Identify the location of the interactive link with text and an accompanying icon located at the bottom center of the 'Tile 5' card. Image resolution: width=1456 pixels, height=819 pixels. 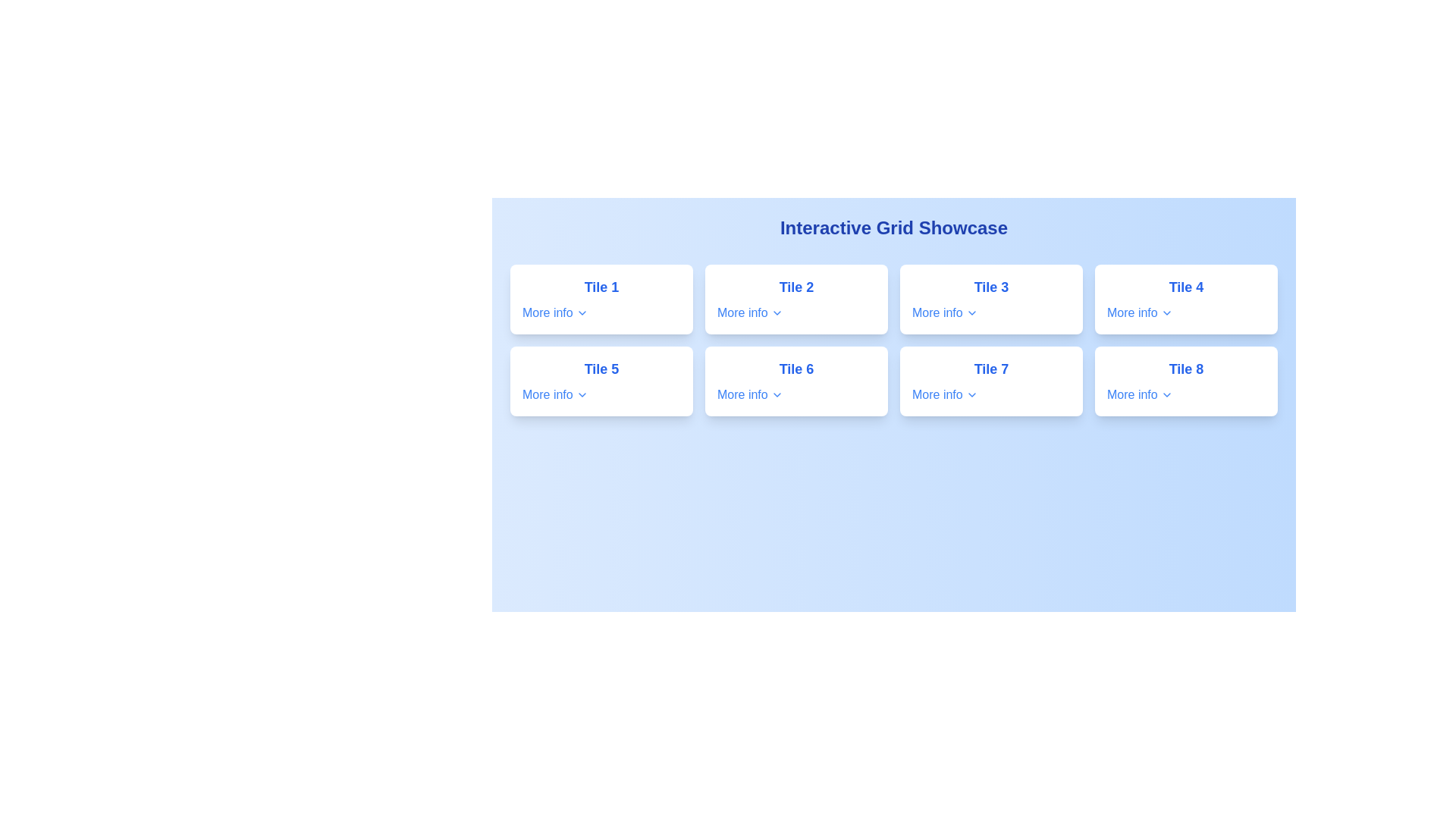
(554, 394).